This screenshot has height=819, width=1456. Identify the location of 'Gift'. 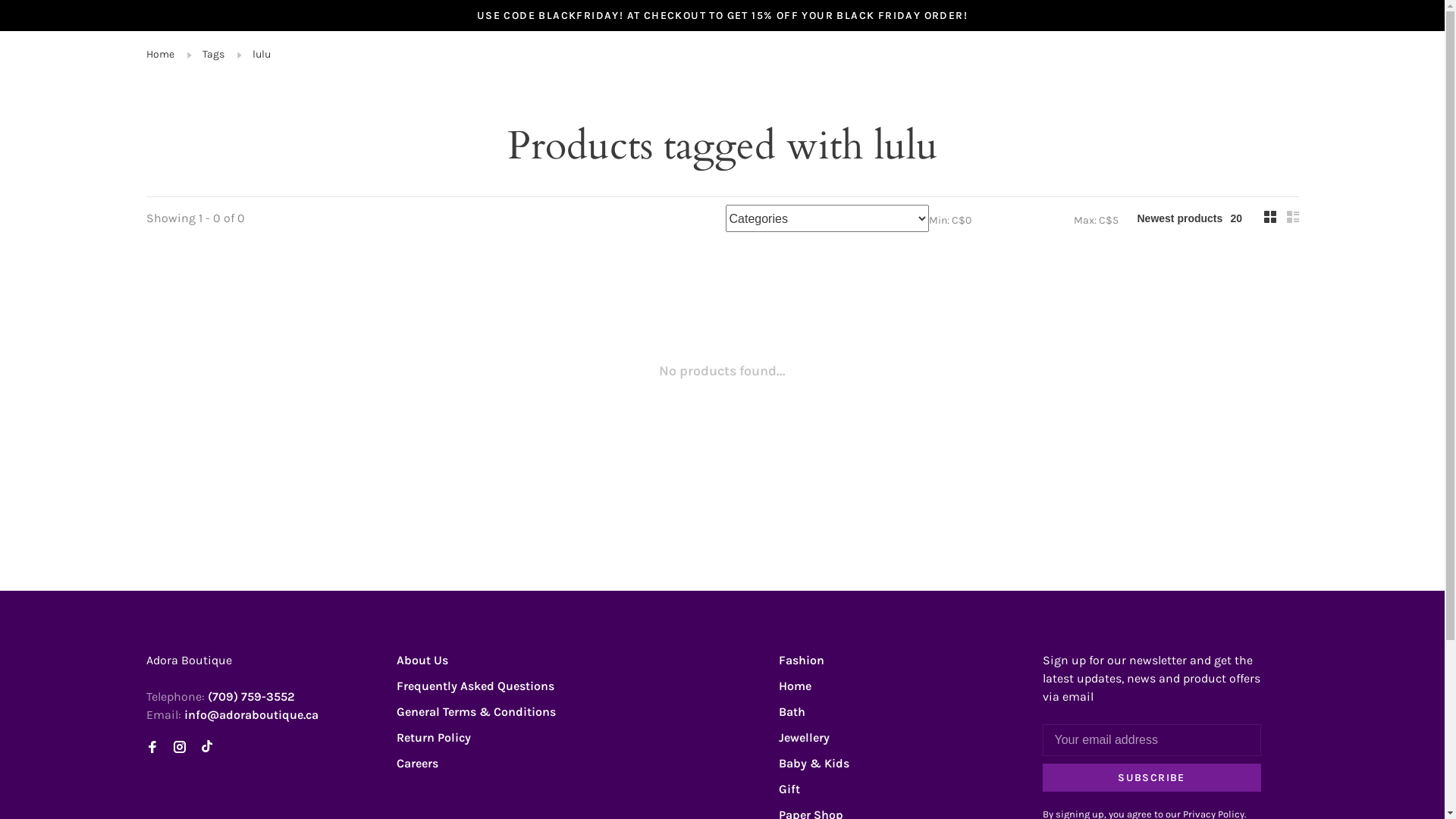
(789, 788).